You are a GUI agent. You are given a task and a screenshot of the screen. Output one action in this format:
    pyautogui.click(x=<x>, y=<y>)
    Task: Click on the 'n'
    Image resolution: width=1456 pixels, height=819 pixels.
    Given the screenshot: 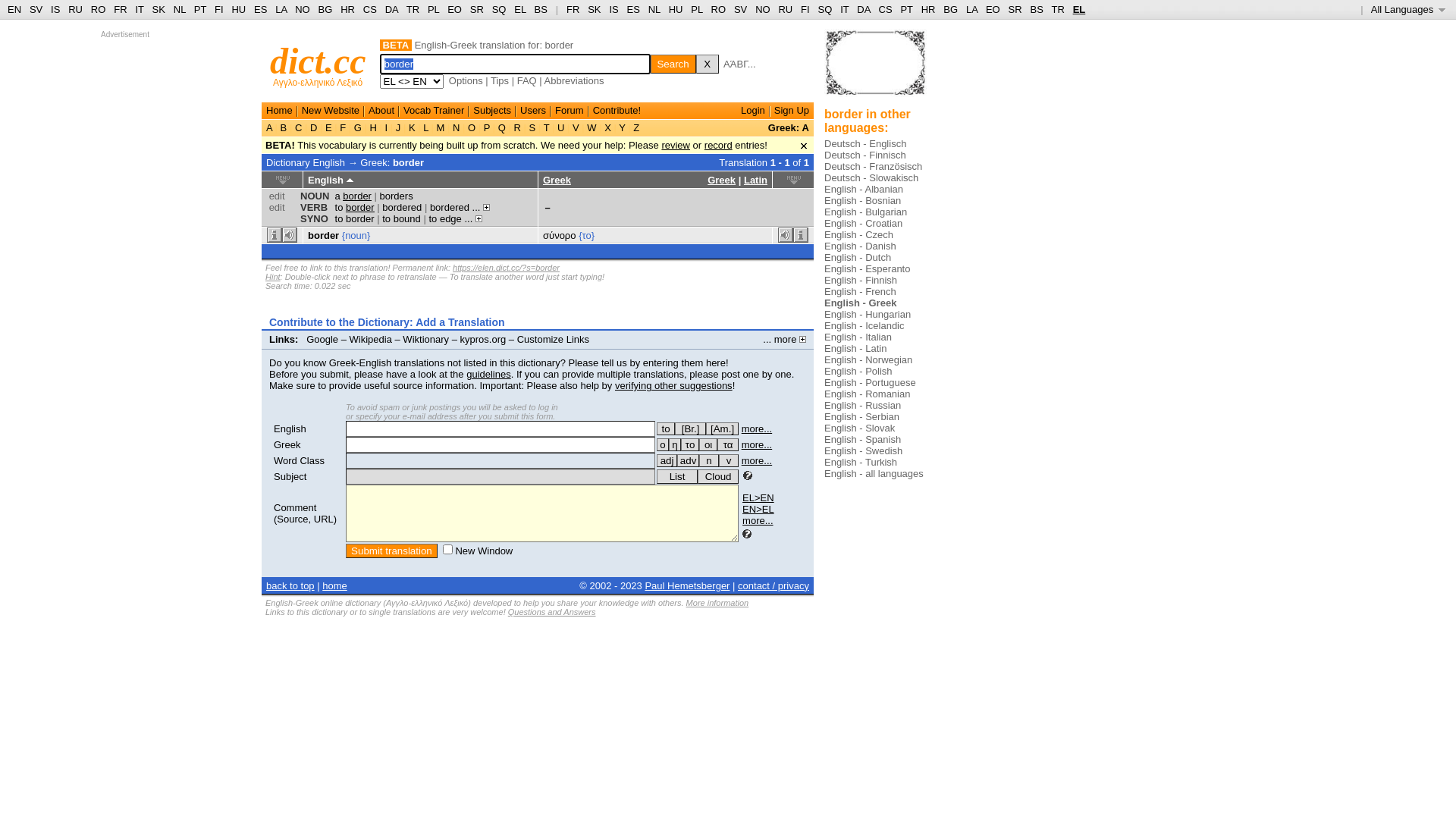 What is the action you would take?
    pyautogui.click(x=708, y=460)
    